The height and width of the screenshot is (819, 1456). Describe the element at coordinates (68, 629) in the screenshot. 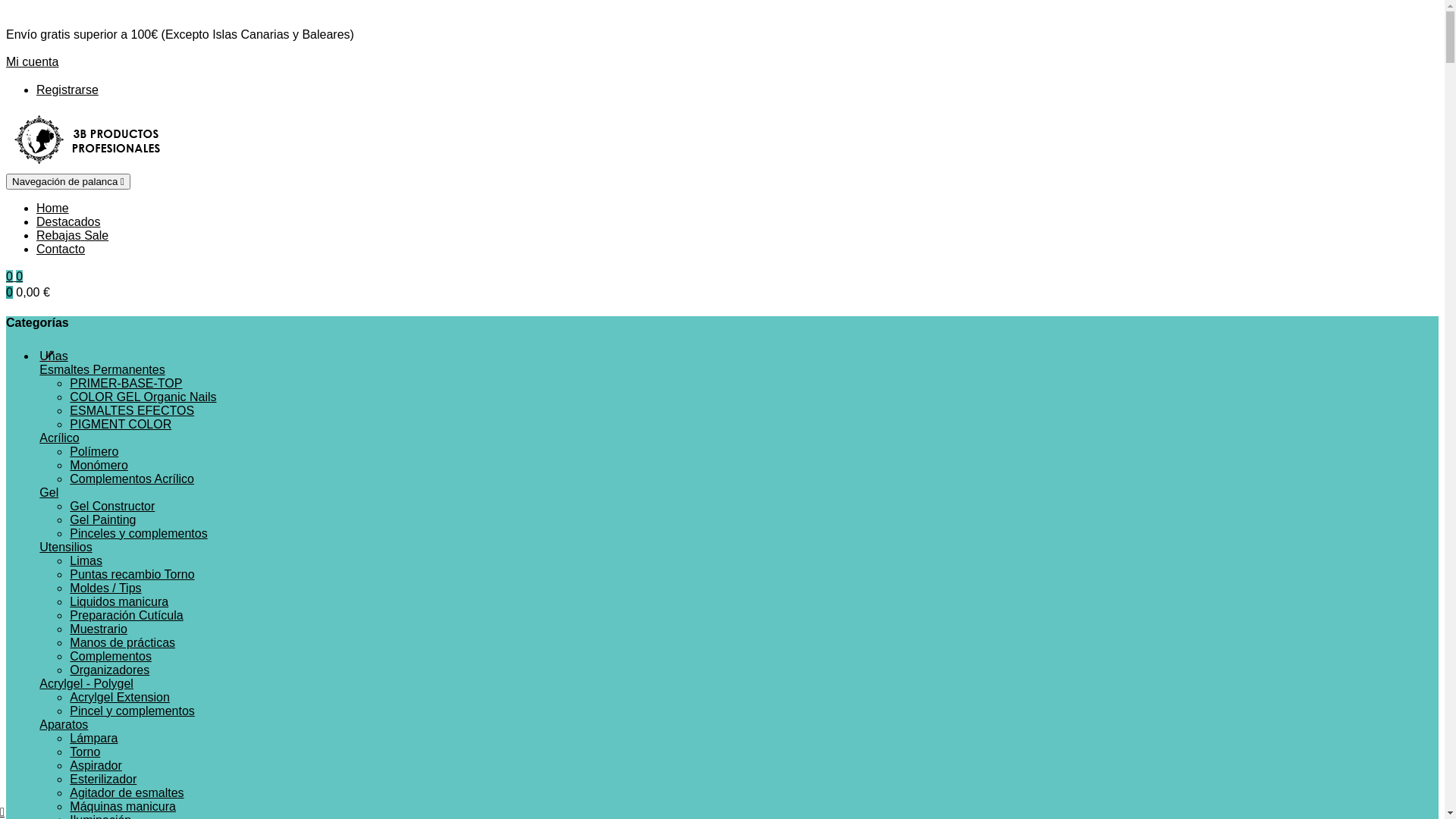

I see `'Muestrario'` at that location.